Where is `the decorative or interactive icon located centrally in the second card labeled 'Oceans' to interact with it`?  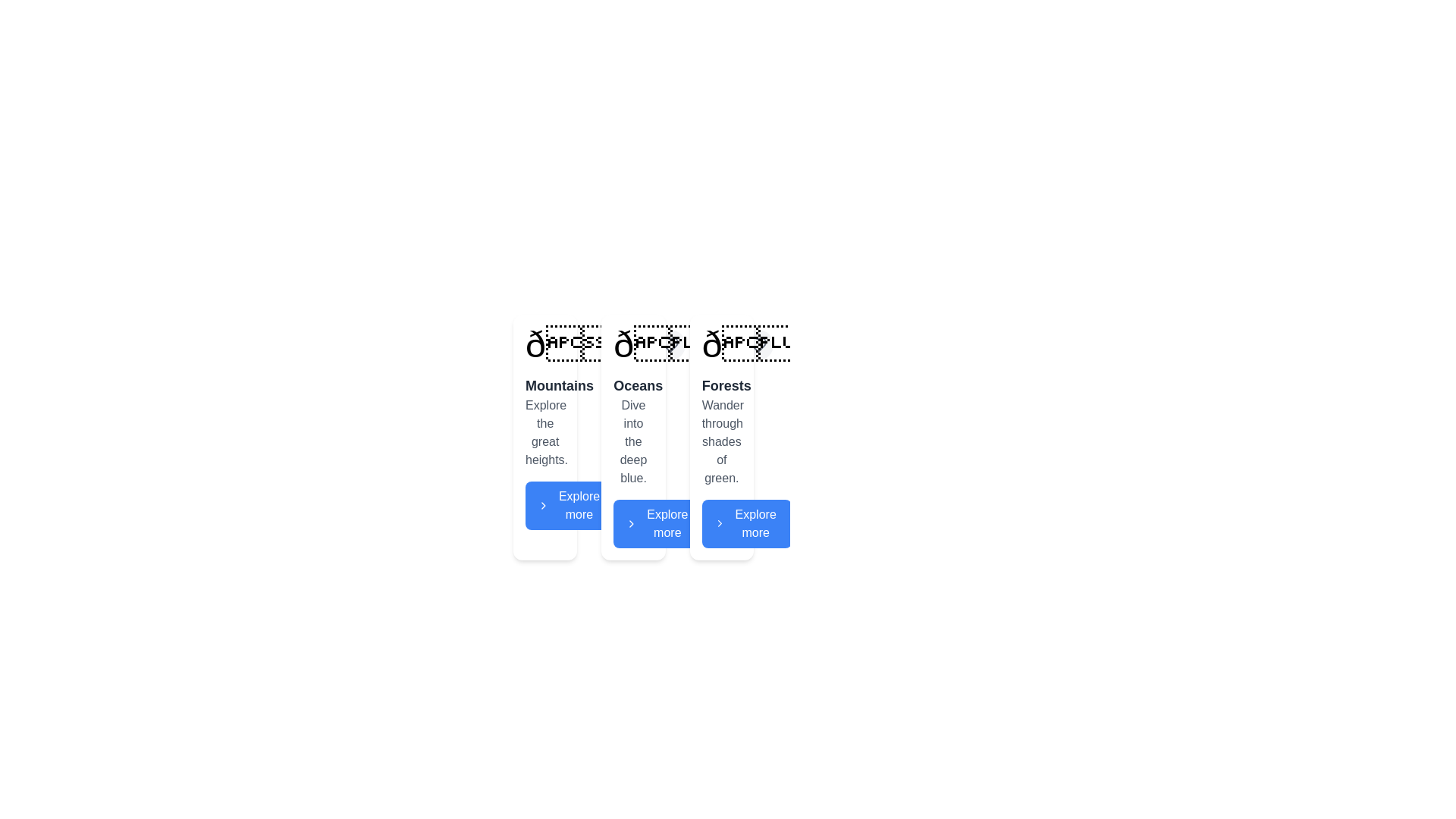 the decorative or interactive icon located centrally in the second card labeled 'Oceans' to interact with it is located at coordinates (669, 345).